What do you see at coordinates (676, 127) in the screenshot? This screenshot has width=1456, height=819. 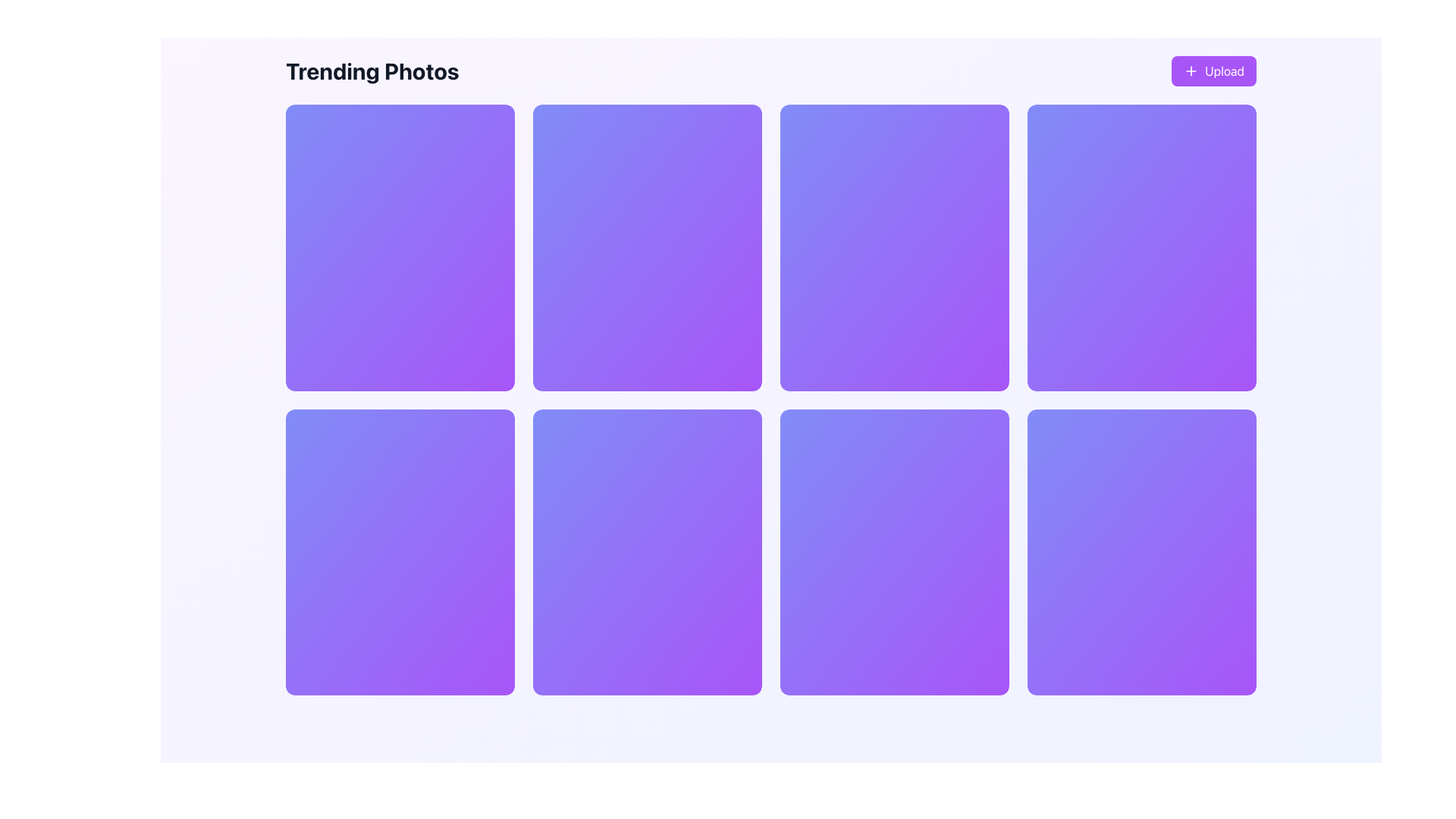 I see `the circular button with a semi-transparent black background and a white heart icon, located at the top-right corner of the interface, to change its background color to red` at bounding box center [676, 127].